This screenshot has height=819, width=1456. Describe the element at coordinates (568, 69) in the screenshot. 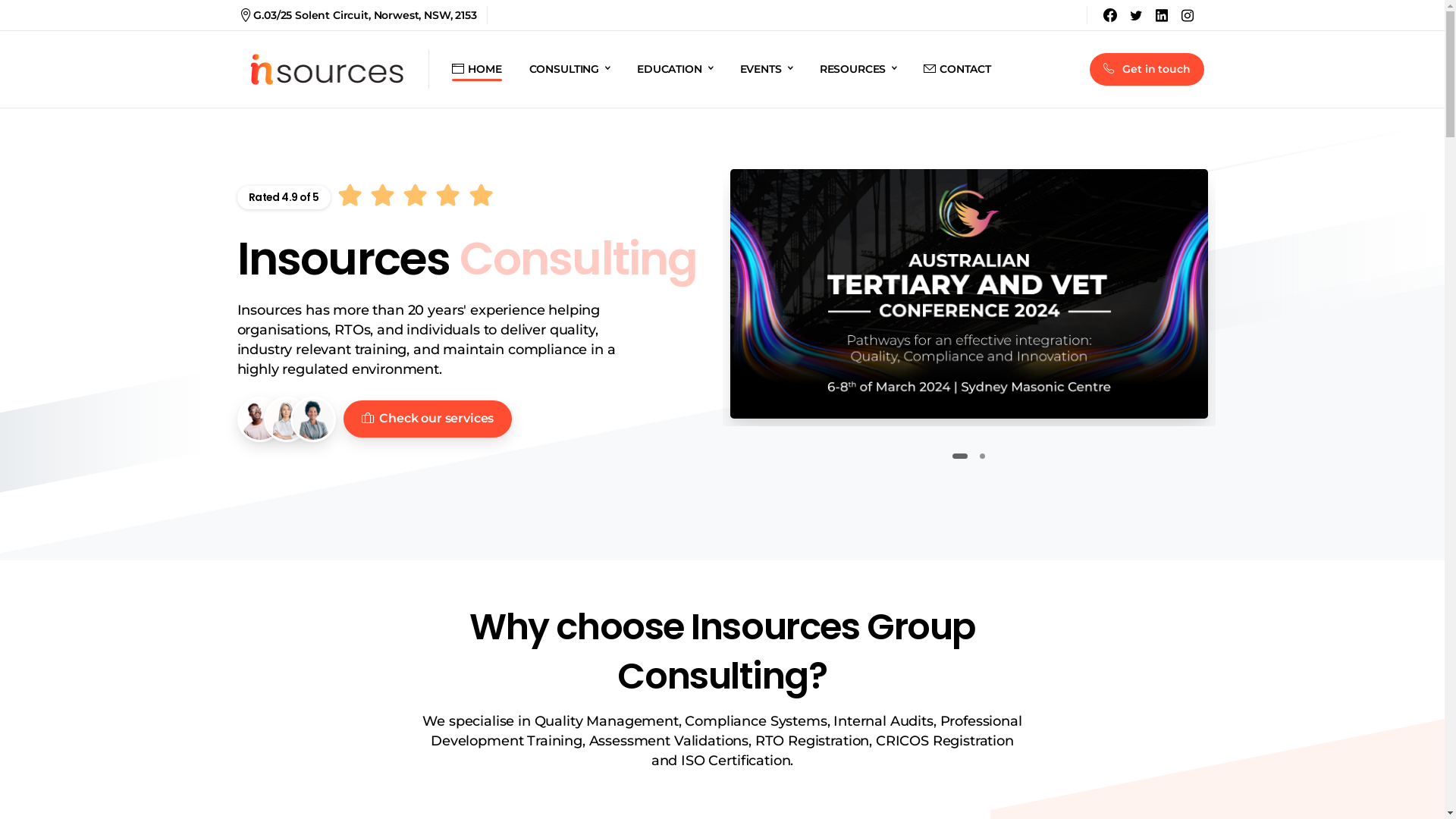

I see `'CONSULTING'` at that location.